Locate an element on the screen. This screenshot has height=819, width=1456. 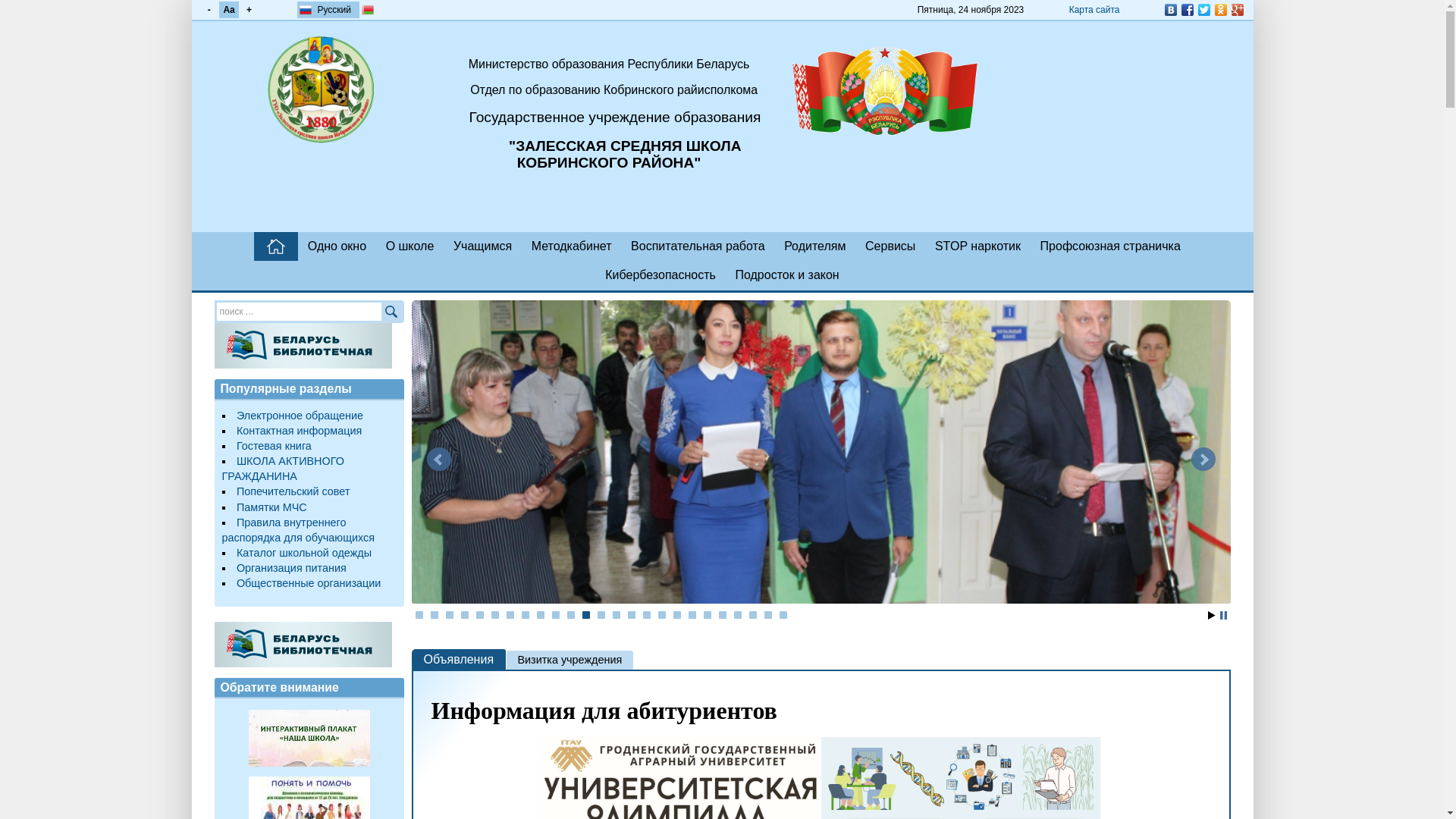
'15' is located at coordinates (628, 614).